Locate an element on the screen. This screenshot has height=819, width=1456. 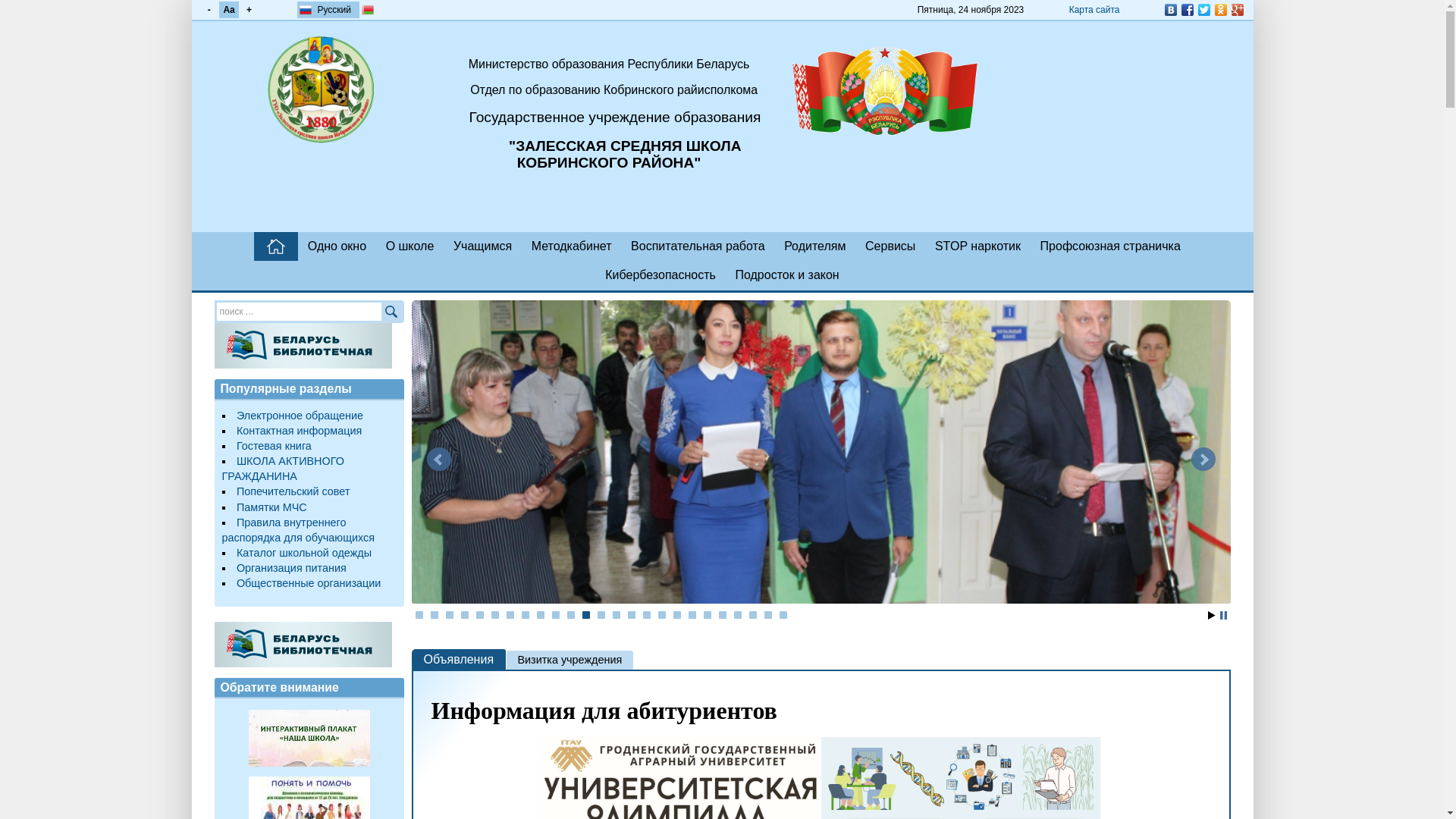
'15' is located at coordinates (628, 614).